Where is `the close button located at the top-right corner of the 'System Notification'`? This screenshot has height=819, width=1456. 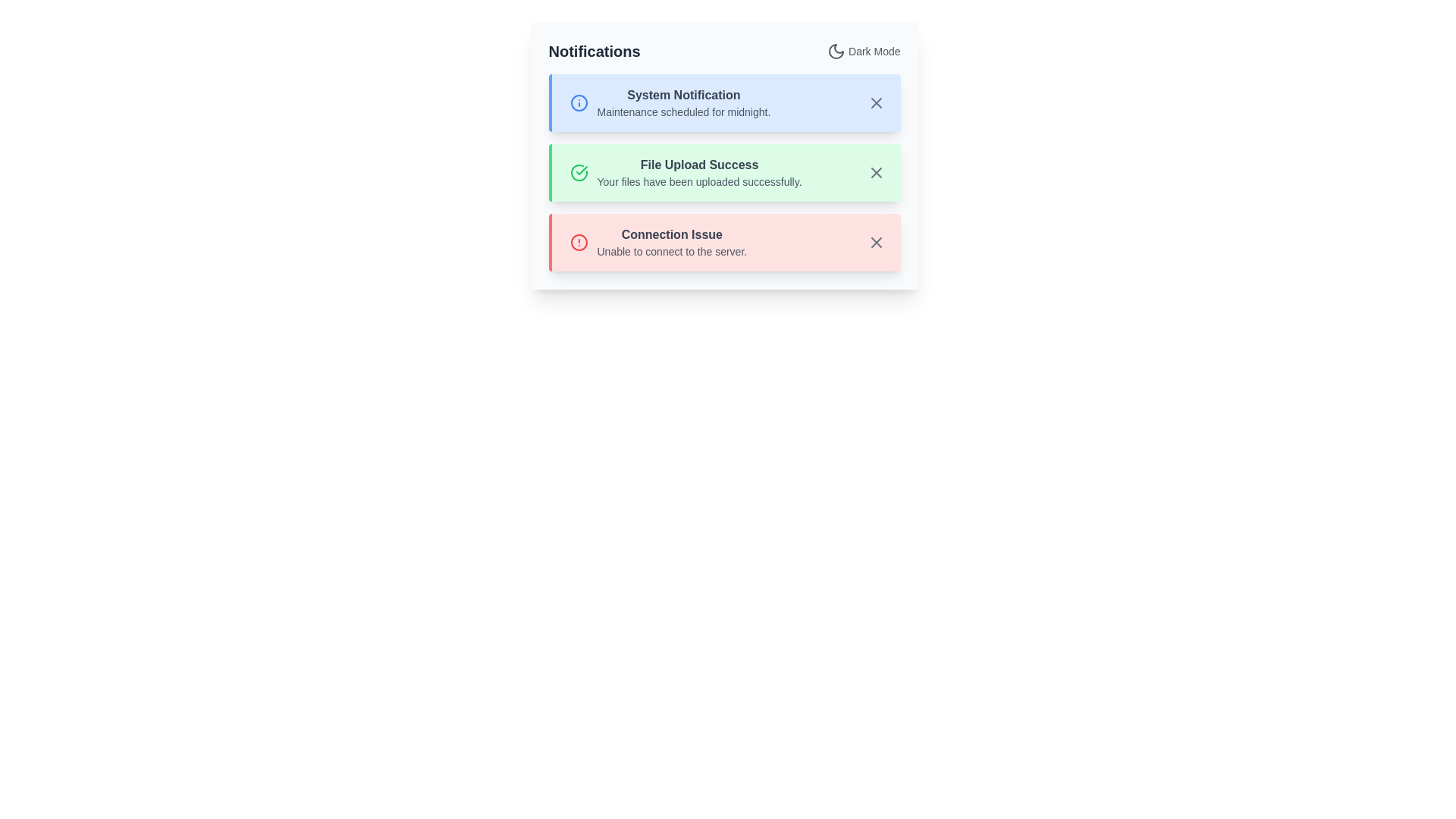
the close button located at the top-right corner of the 'System Notification' is located at coordinates (876, 102).